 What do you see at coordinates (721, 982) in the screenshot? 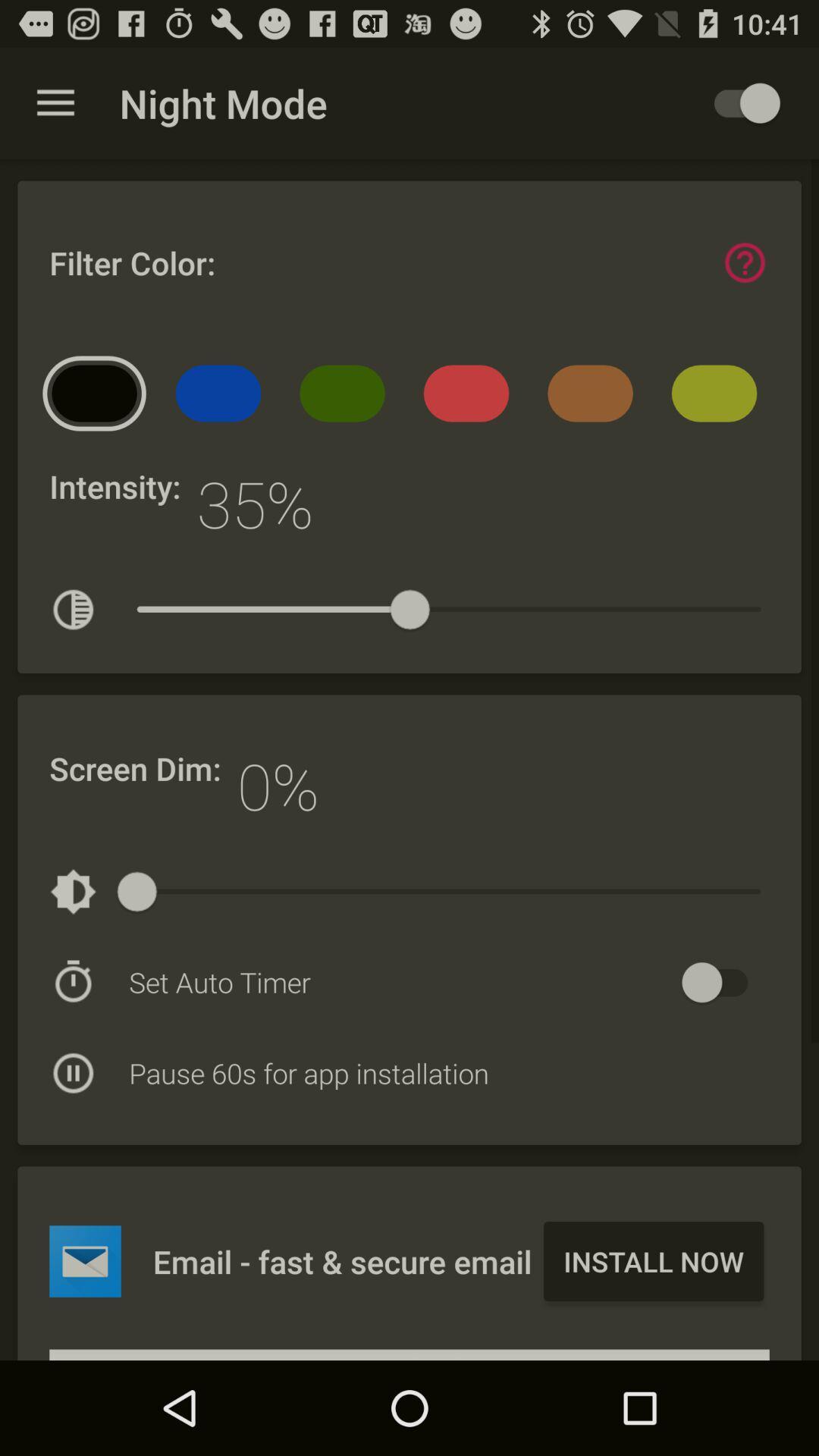
I see `auto timer` at bounding box center [721, 982].